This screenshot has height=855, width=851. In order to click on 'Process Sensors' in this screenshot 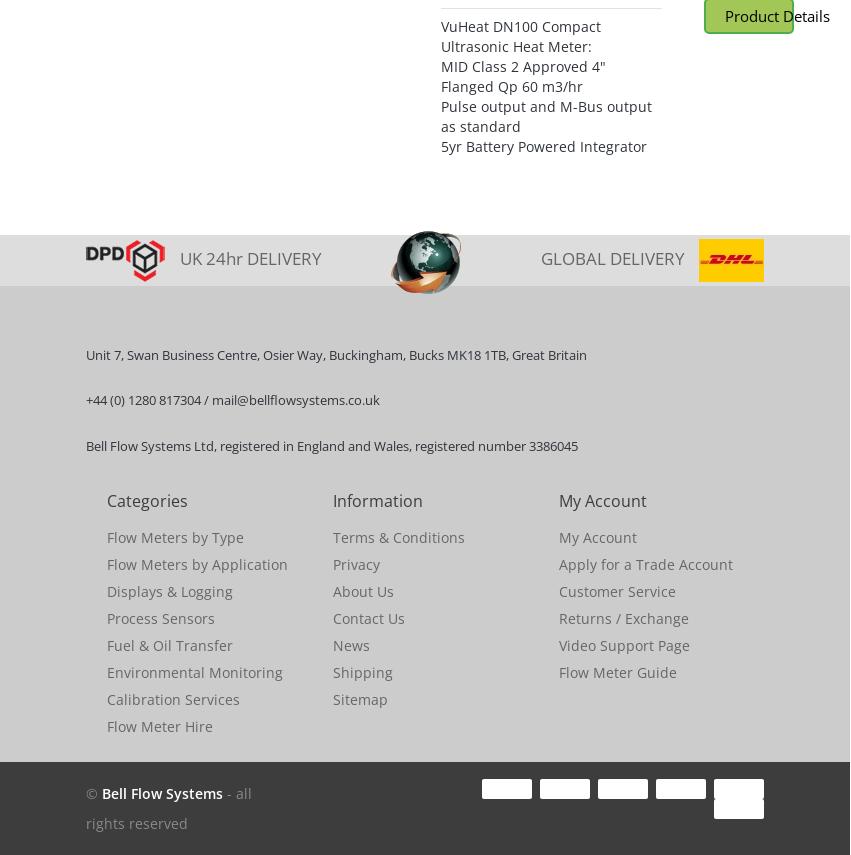, I will do `click(160, 618)`.